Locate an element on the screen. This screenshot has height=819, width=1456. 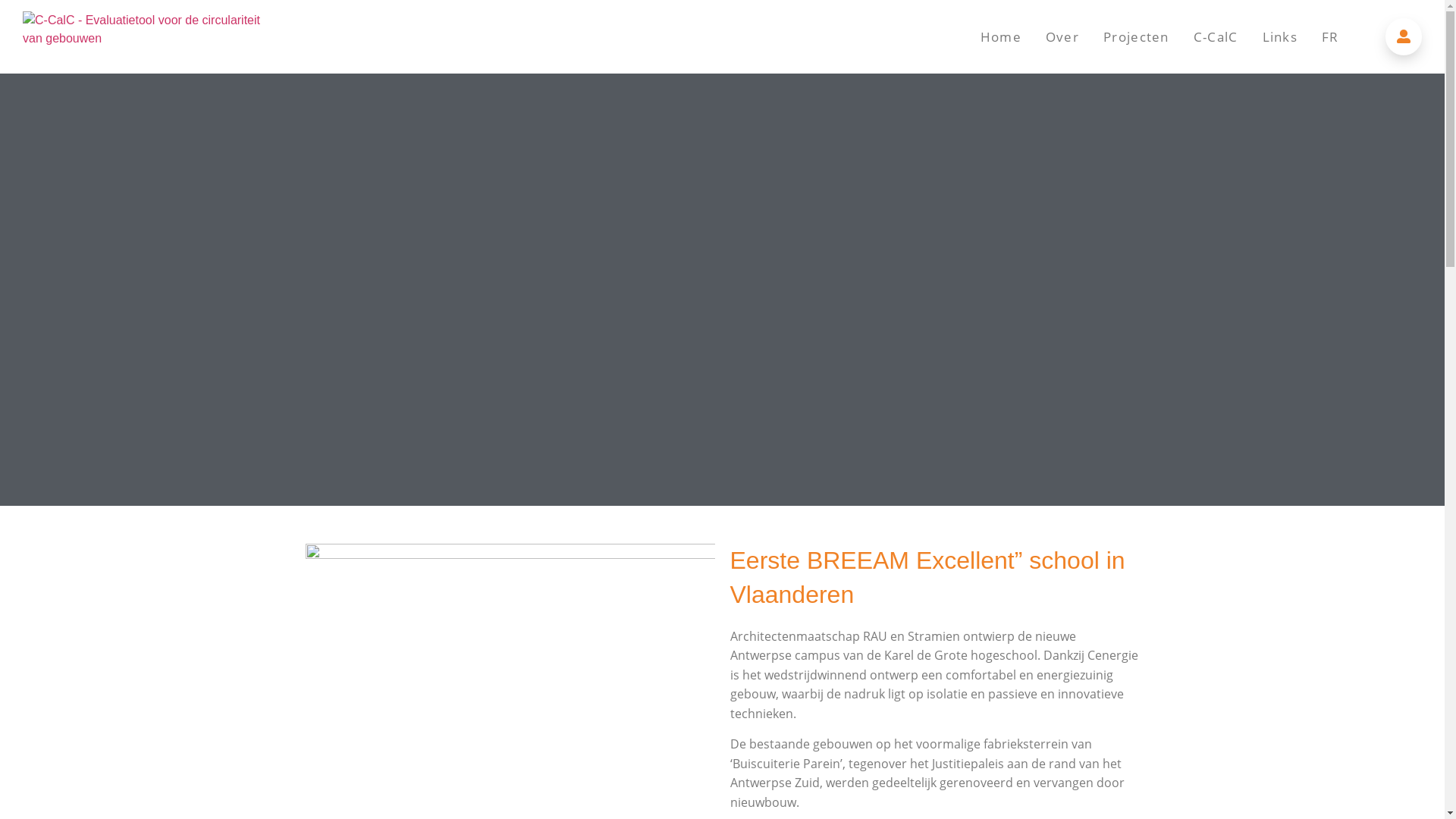
'Links' is located at coordinates (1279, 36).